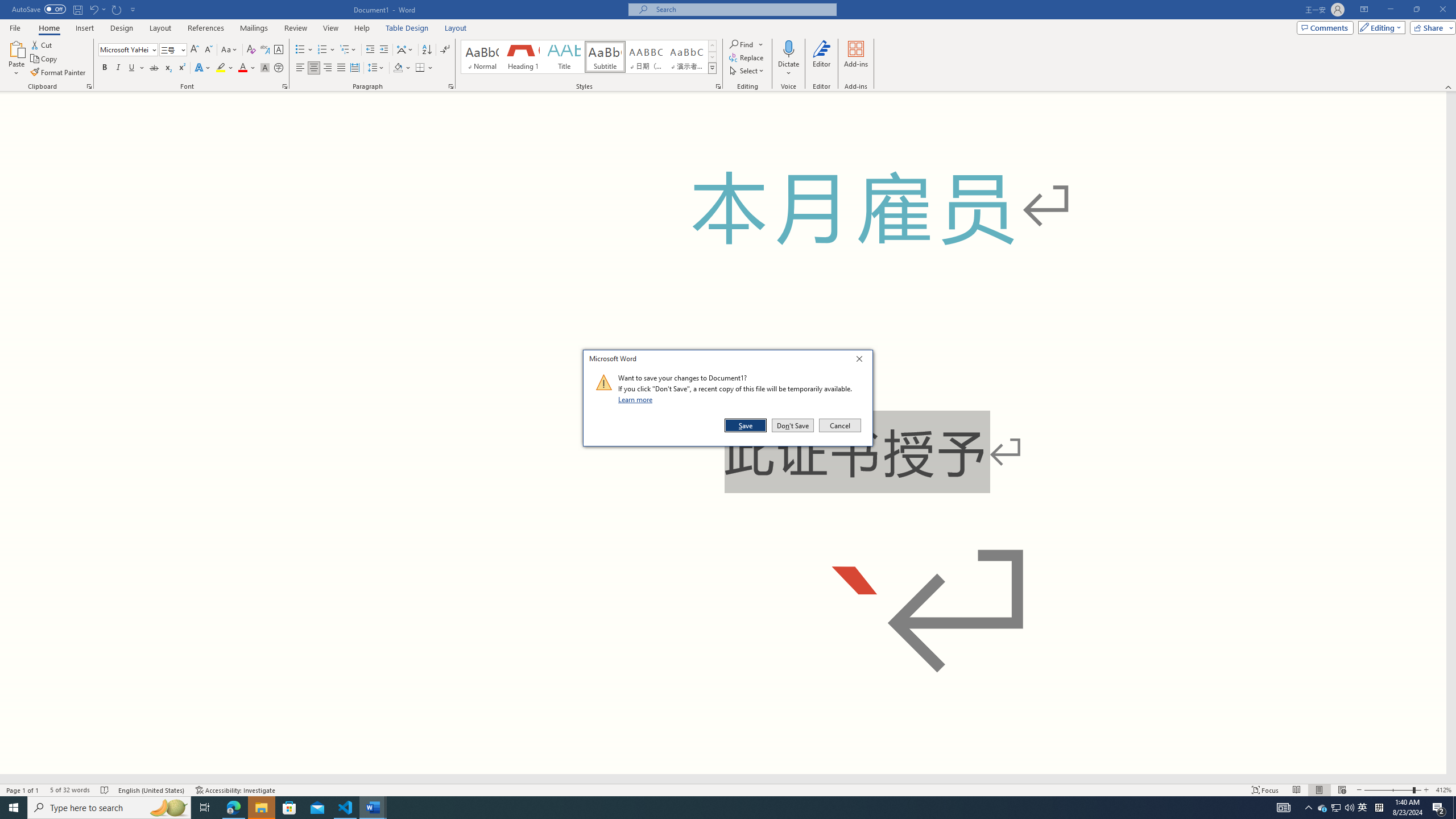 This screenshot has height=819, width=1456. I want to click on 'Cancel', so click(839, 425).